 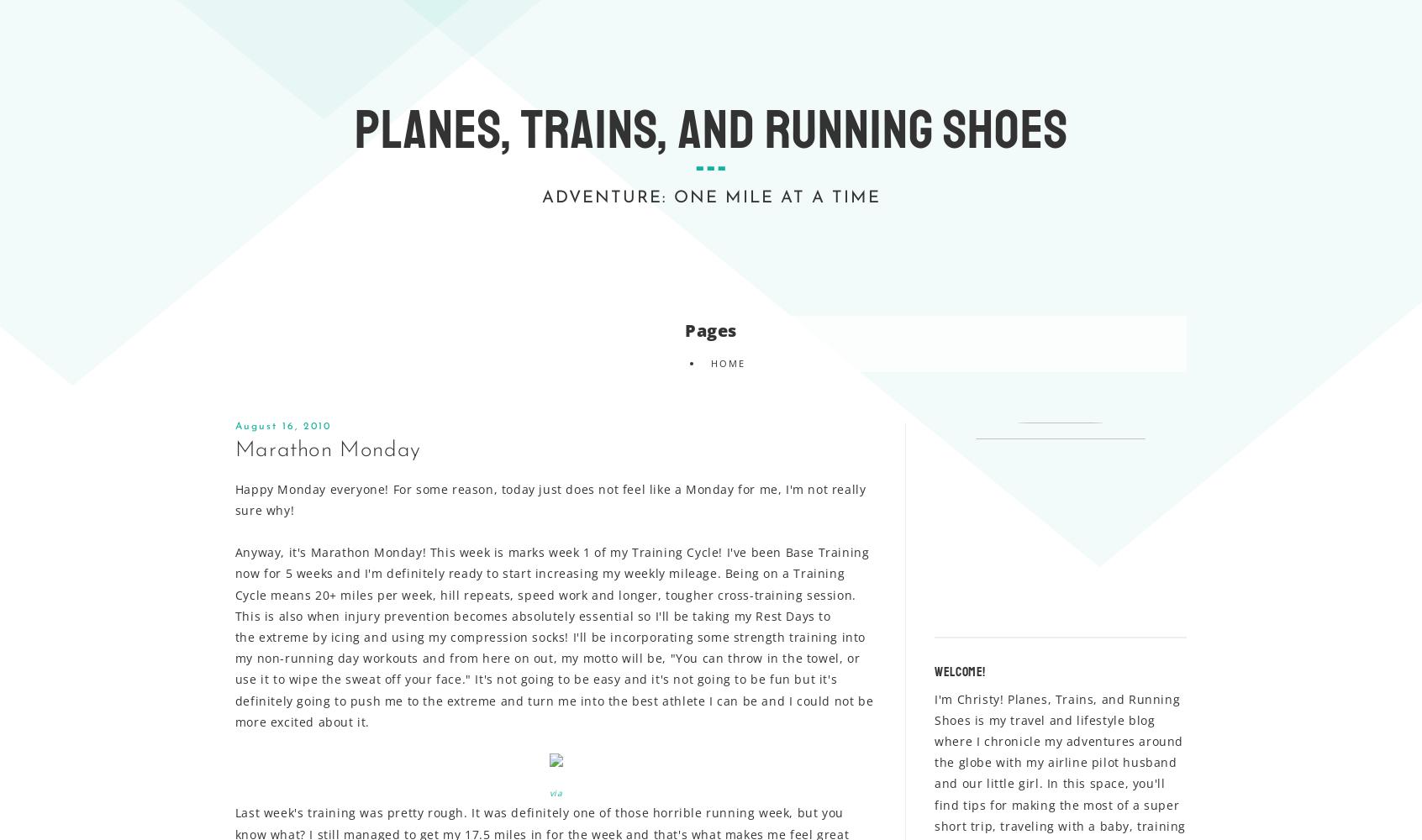 What do you see at coordinates (550, 498) in the screenshot?
I see `'Happy Monday everyone! For some reason, today just does not feel like a Monday for me, I'm not really sure why!'` at bounding box center [550, 498].